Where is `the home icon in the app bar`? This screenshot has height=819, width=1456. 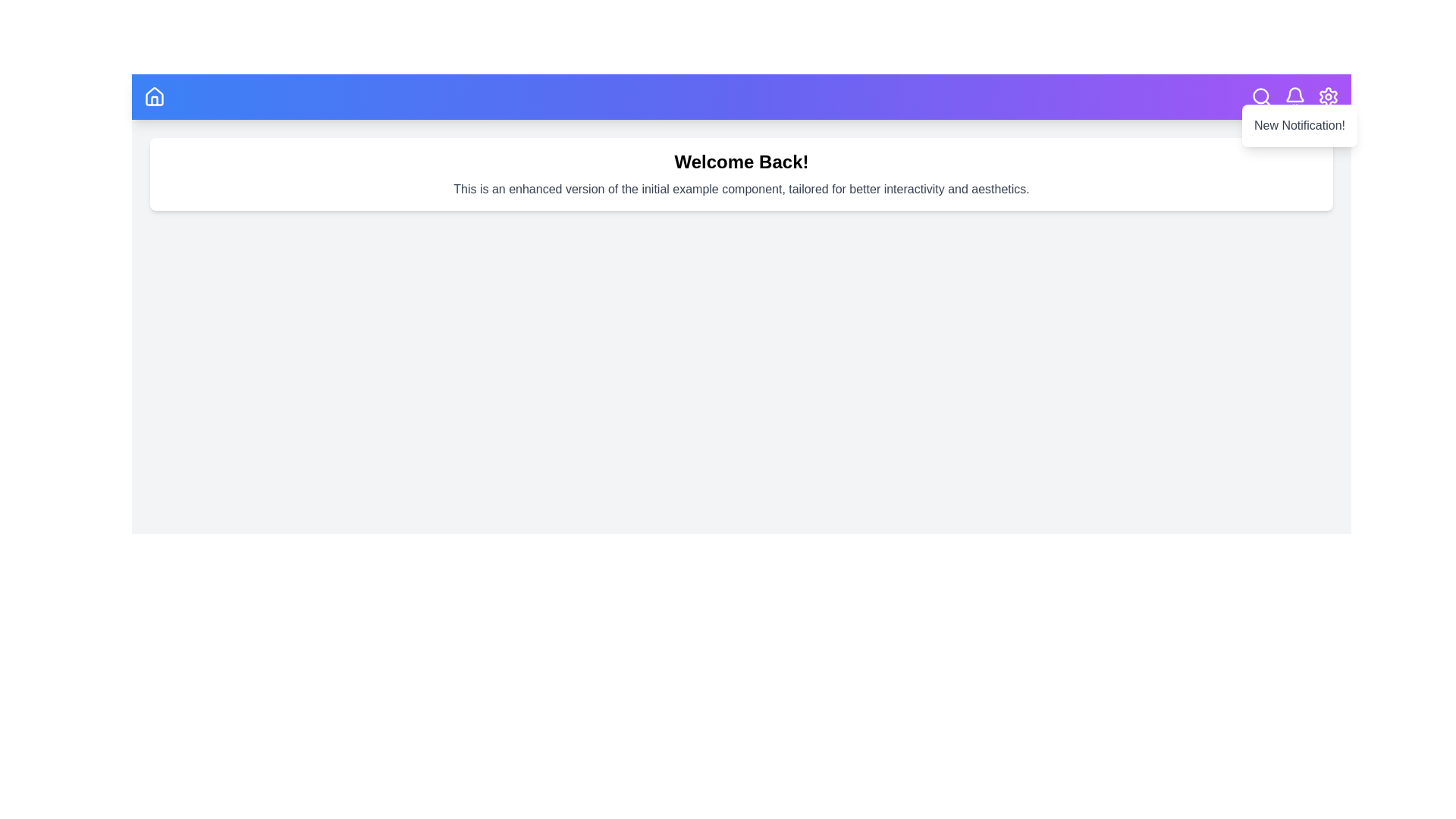 the home icon in the app bar is located at coordinates (154, 96).